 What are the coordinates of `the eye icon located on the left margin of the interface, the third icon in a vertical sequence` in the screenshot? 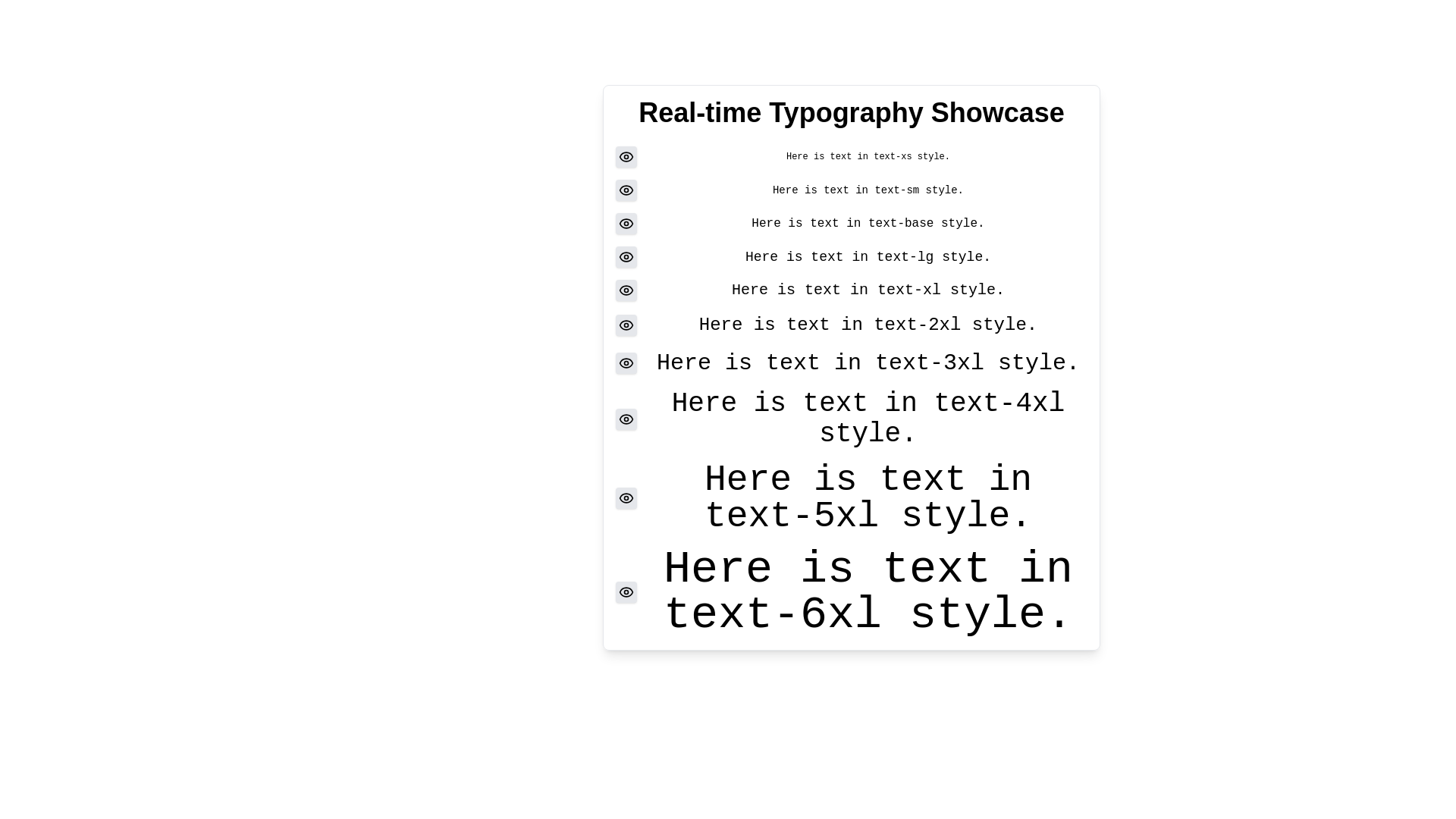 It's located at (626, 223).